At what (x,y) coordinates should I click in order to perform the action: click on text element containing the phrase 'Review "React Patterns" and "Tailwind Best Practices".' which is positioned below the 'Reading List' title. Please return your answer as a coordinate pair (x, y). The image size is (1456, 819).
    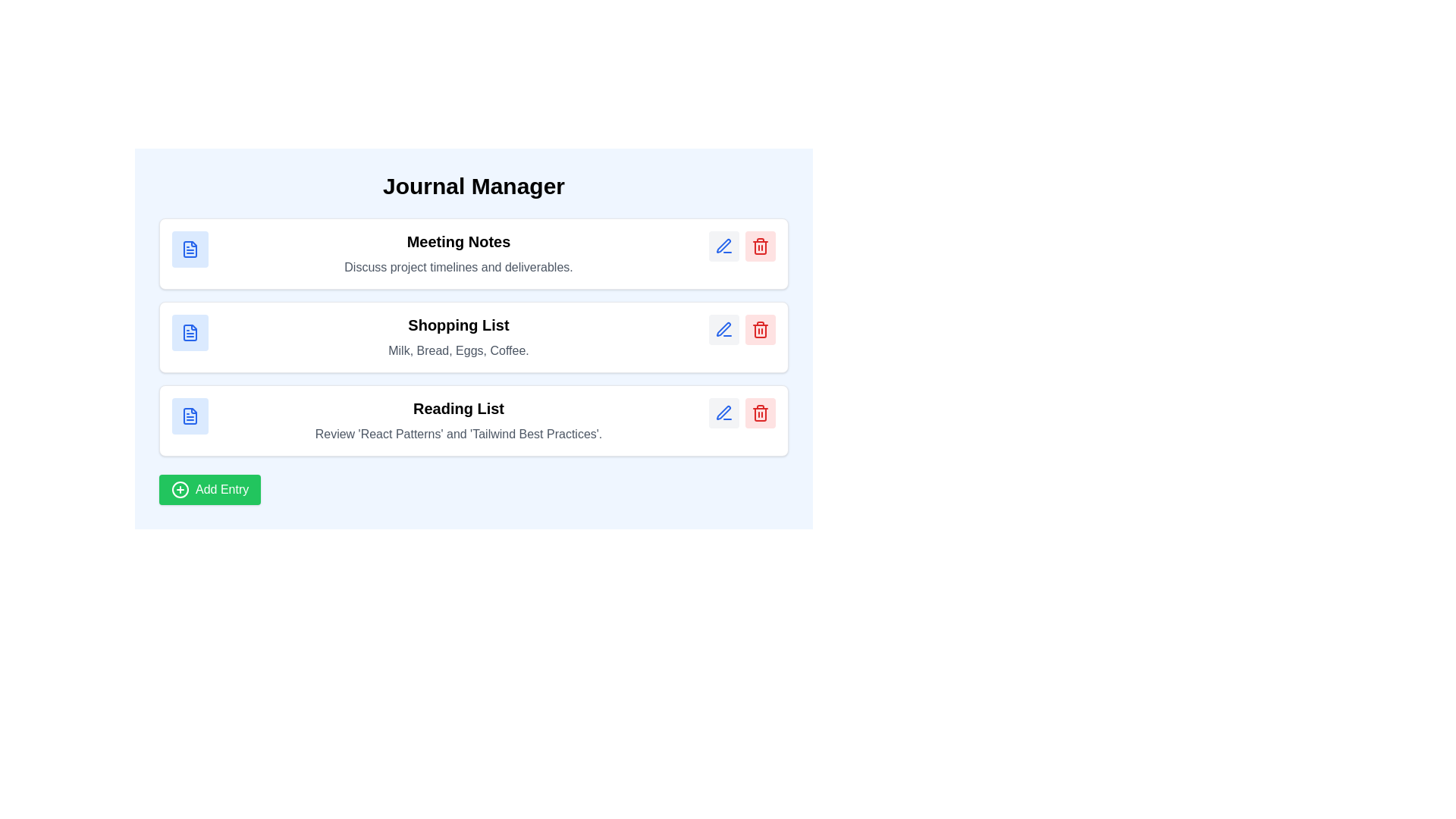
    Looking at the image, I should click on (457, 435).